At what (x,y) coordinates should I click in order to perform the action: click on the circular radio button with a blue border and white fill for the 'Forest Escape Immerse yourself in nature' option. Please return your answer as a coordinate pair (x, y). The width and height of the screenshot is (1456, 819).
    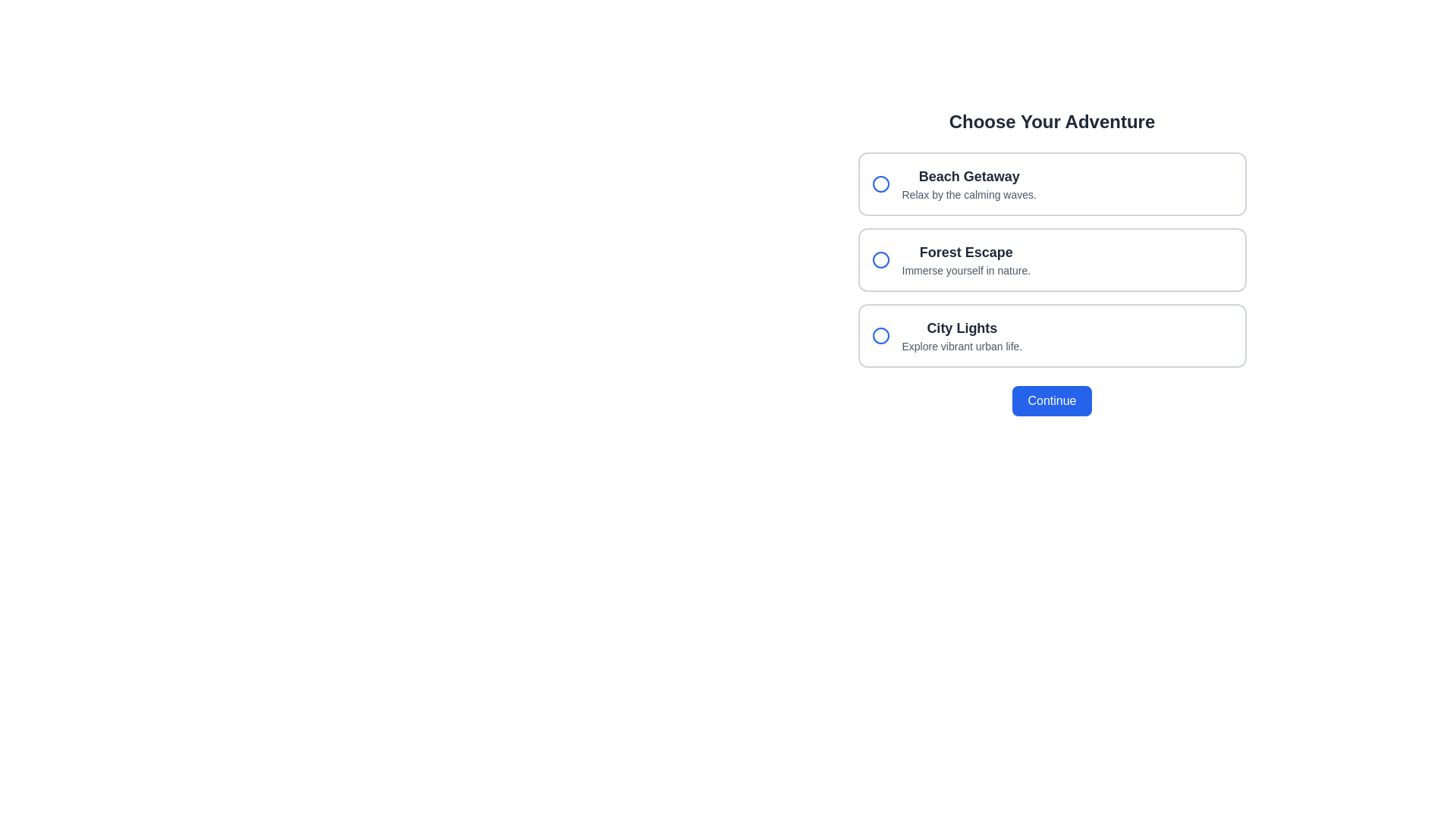
    Looking at the image, I should click on (880, 259).